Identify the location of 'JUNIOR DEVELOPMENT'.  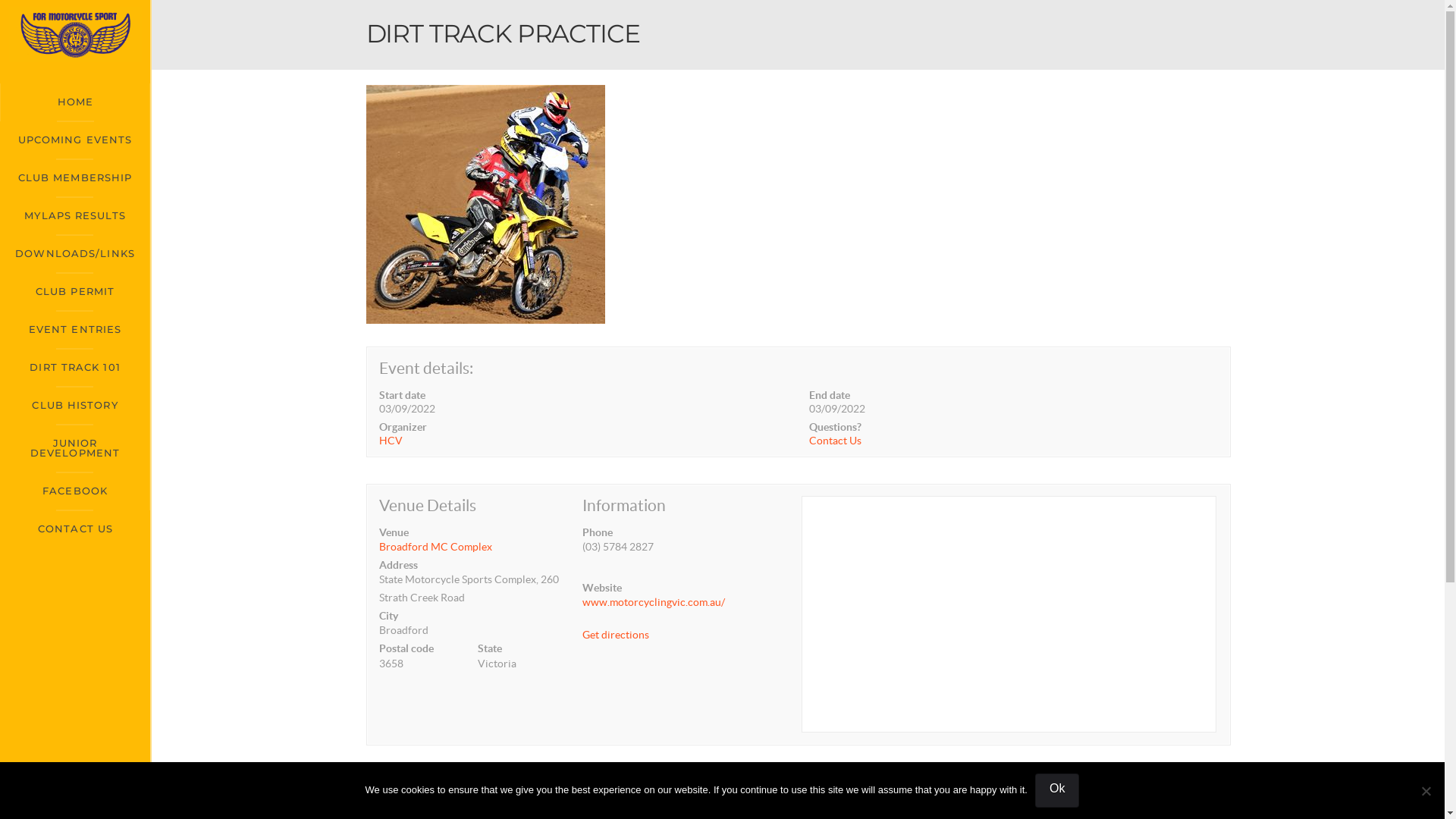
(74, 447).